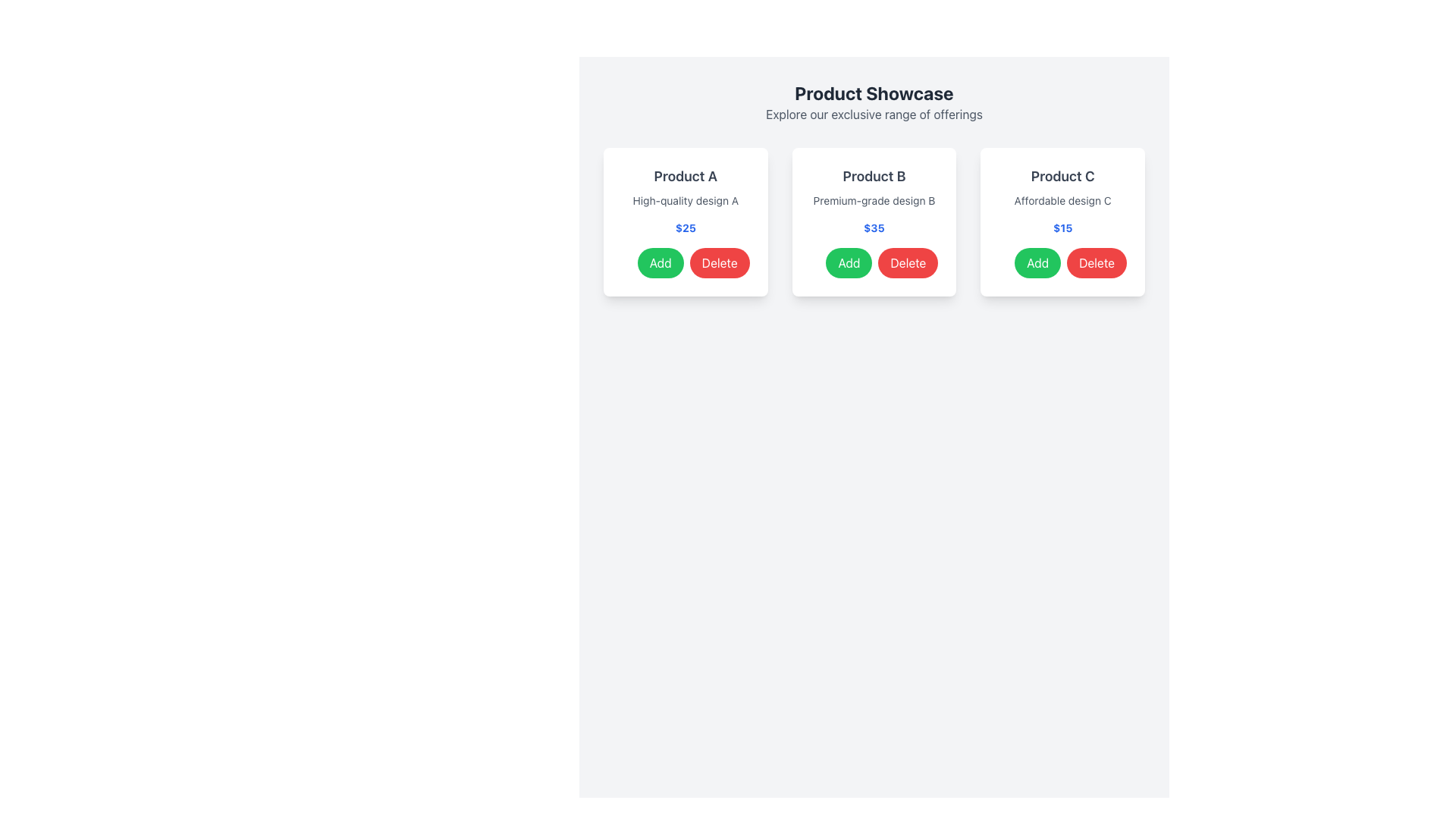 The image size is (1456, 819). I want to click on the price text label displaying the price of 'Product A', positioned beneath the description 'High-quality design A' and above the 'Add' and 'Delete' buttons, so click(685, 227).